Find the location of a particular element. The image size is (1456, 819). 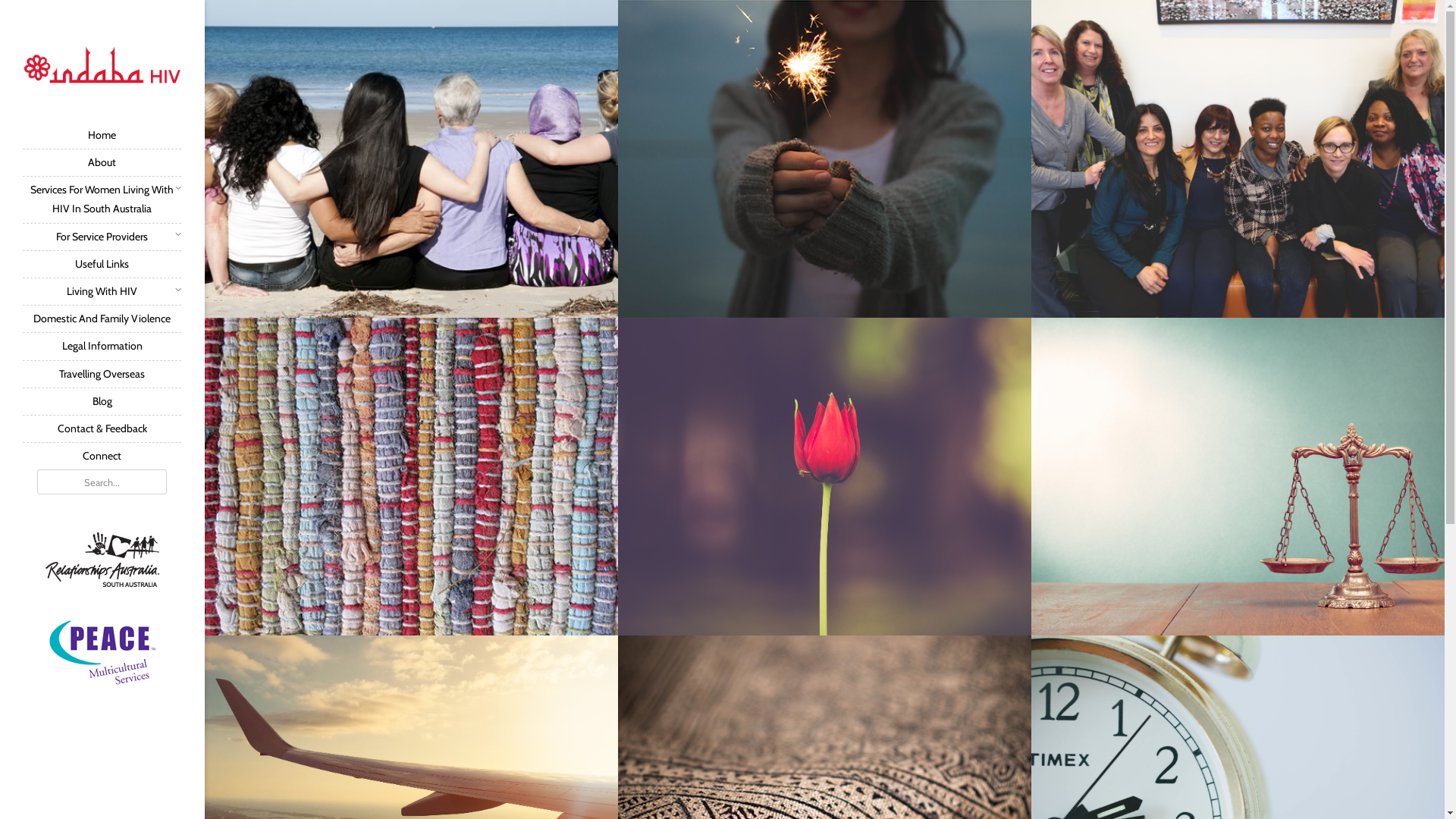

'For Service Providers' is located at coordinates (101, 237).